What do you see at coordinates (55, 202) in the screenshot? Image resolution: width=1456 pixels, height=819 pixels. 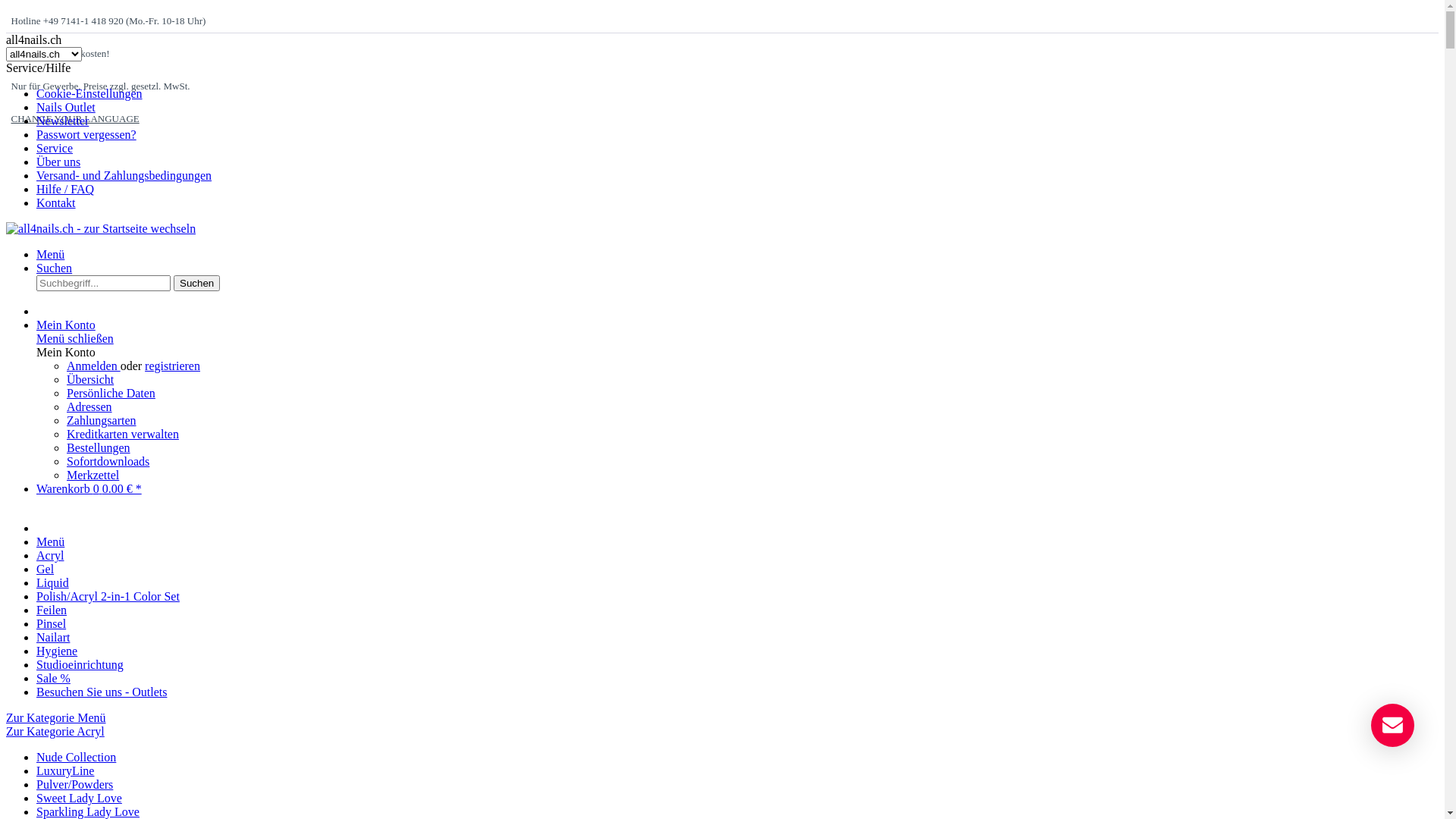 I see `'Kontakt'` at bounding box center [55, 202].